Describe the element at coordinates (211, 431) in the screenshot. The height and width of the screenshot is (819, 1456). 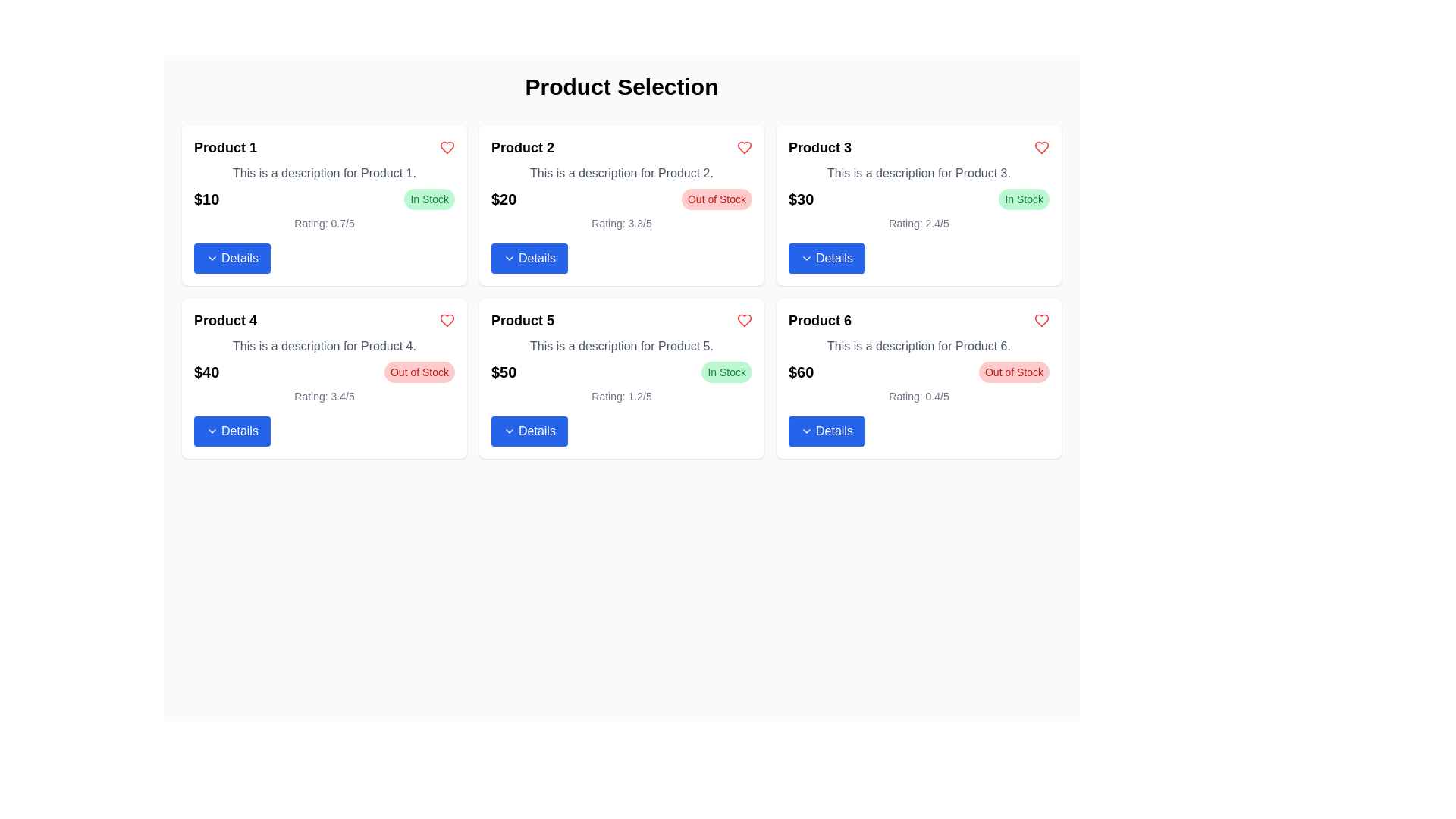
I see `the chevron icon located in the 'Details' button of the 'Product 4' card` at that location.